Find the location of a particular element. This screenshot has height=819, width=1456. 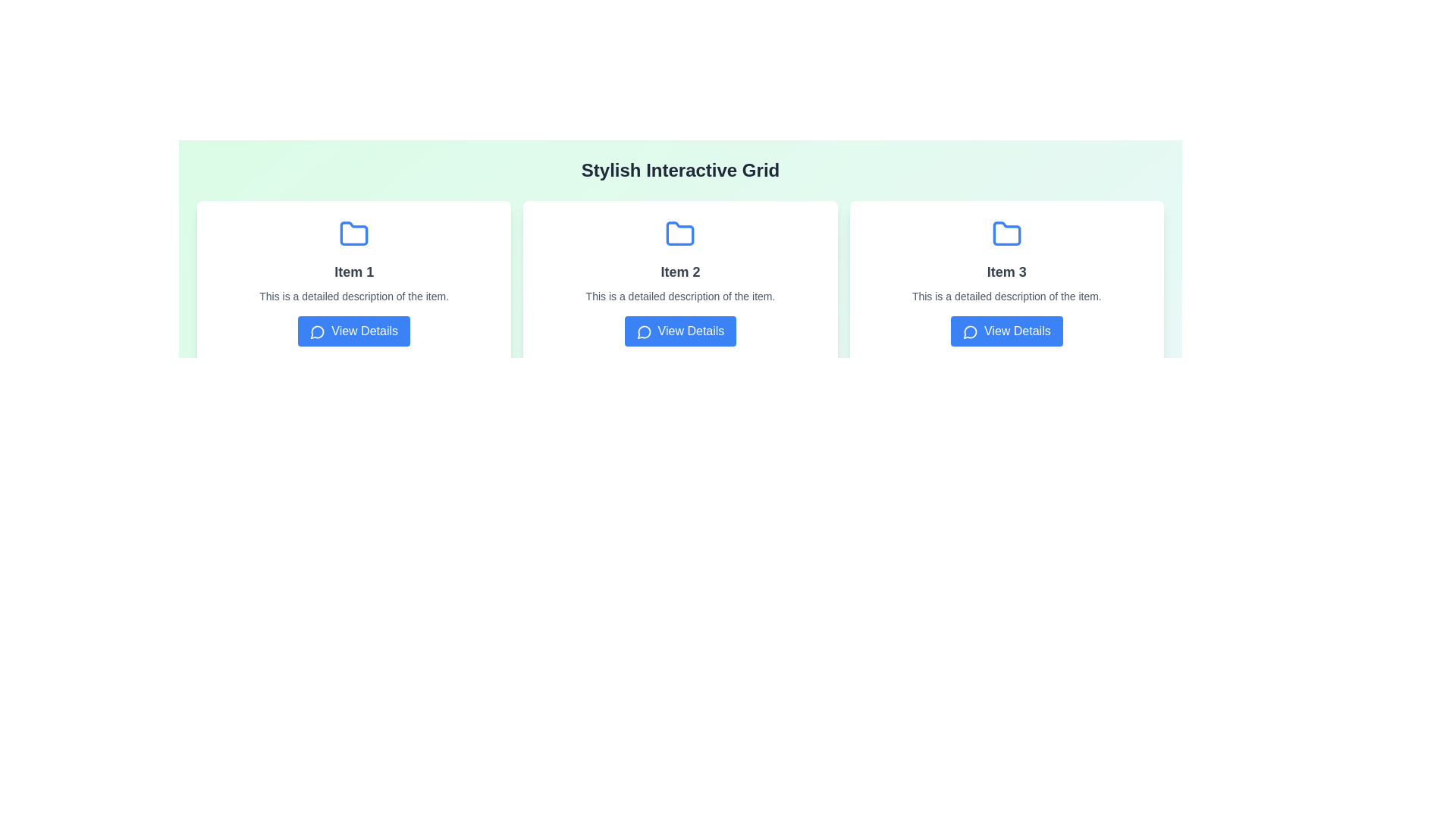

the 'View Details' button with a blue background and white text, located at the bottom center of the second card titled 'Item 2' is located at coordinates (679, 330).